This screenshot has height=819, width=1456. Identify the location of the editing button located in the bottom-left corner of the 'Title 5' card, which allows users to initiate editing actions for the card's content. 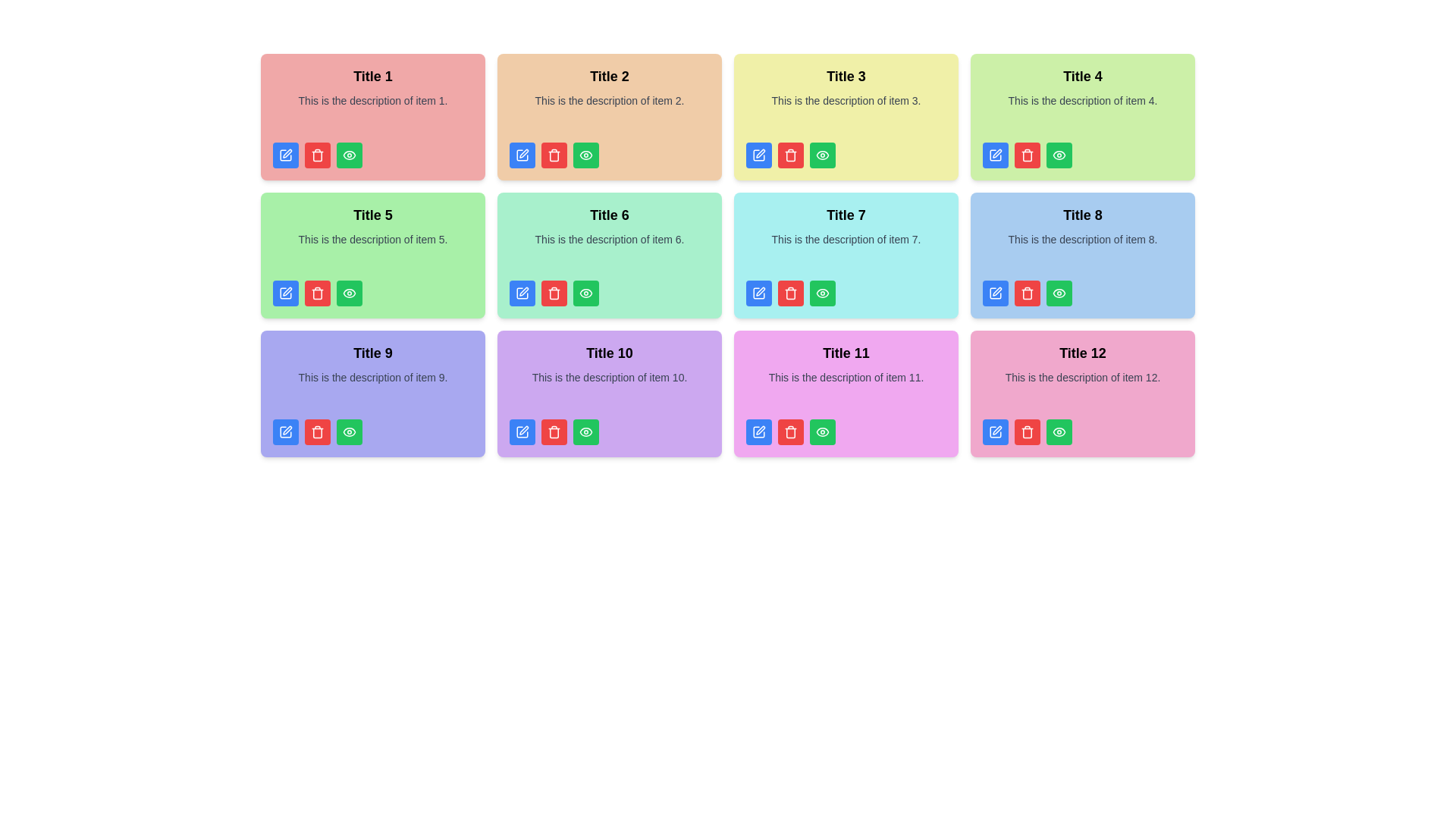
(286, 293).